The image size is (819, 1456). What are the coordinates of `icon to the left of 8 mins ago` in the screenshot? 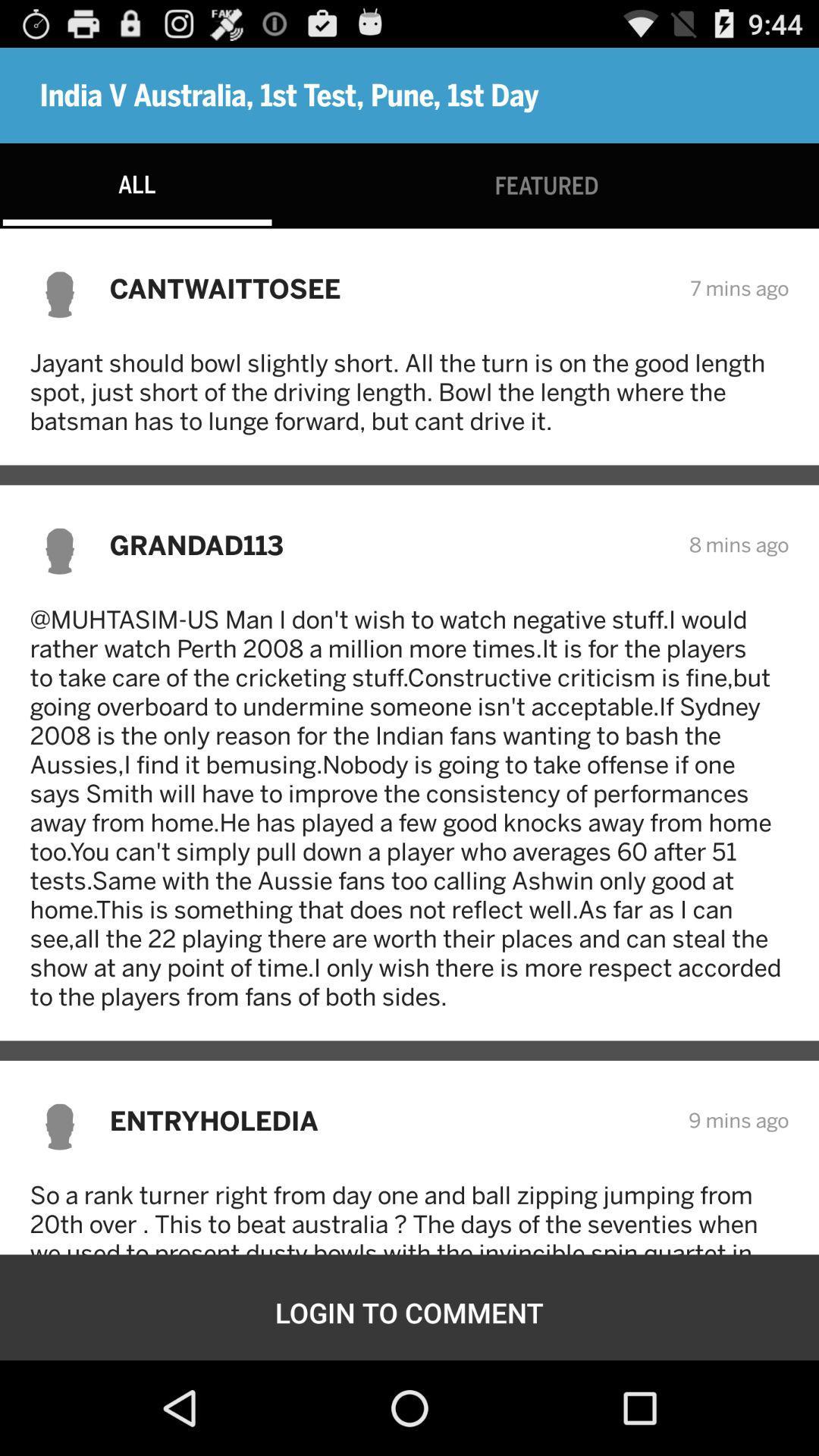 It's located at (388, 544).